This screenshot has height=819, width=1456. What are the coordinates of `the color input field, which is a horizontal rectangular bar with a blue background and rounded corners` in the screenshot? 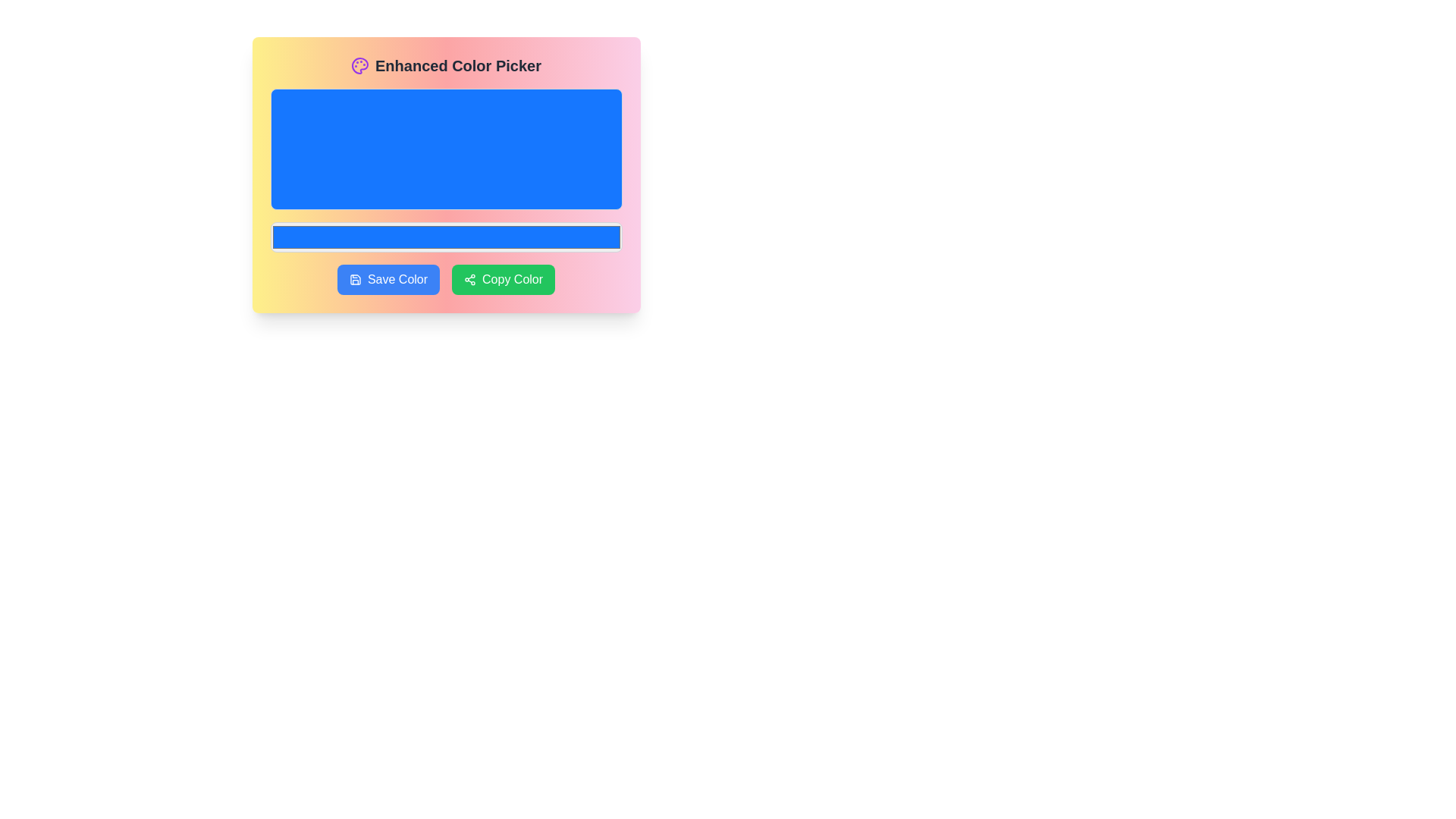 It's located at (445, 237).